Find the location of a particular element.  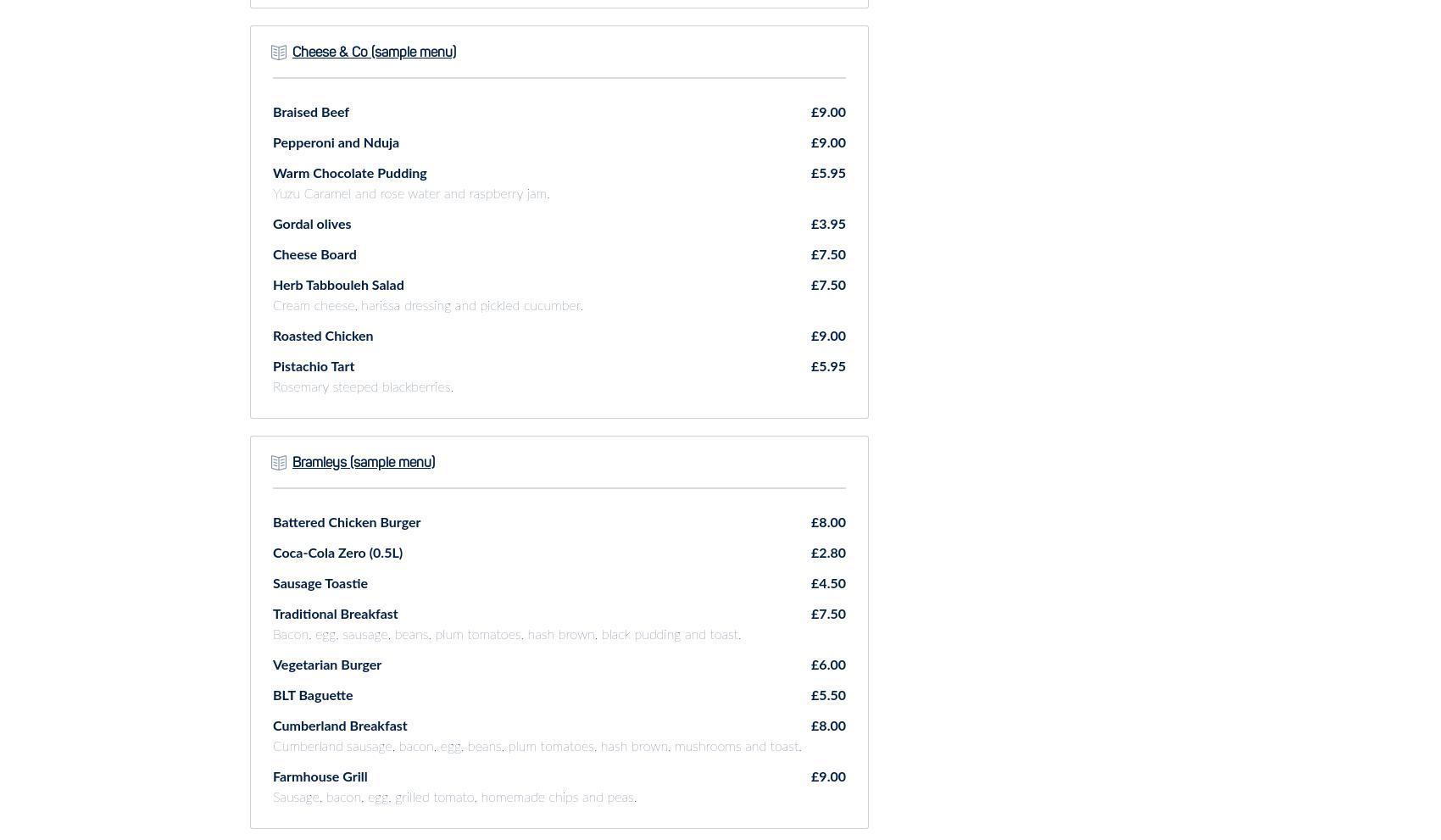

'Farmhouse Grill' is located at coordinates (271, 775).